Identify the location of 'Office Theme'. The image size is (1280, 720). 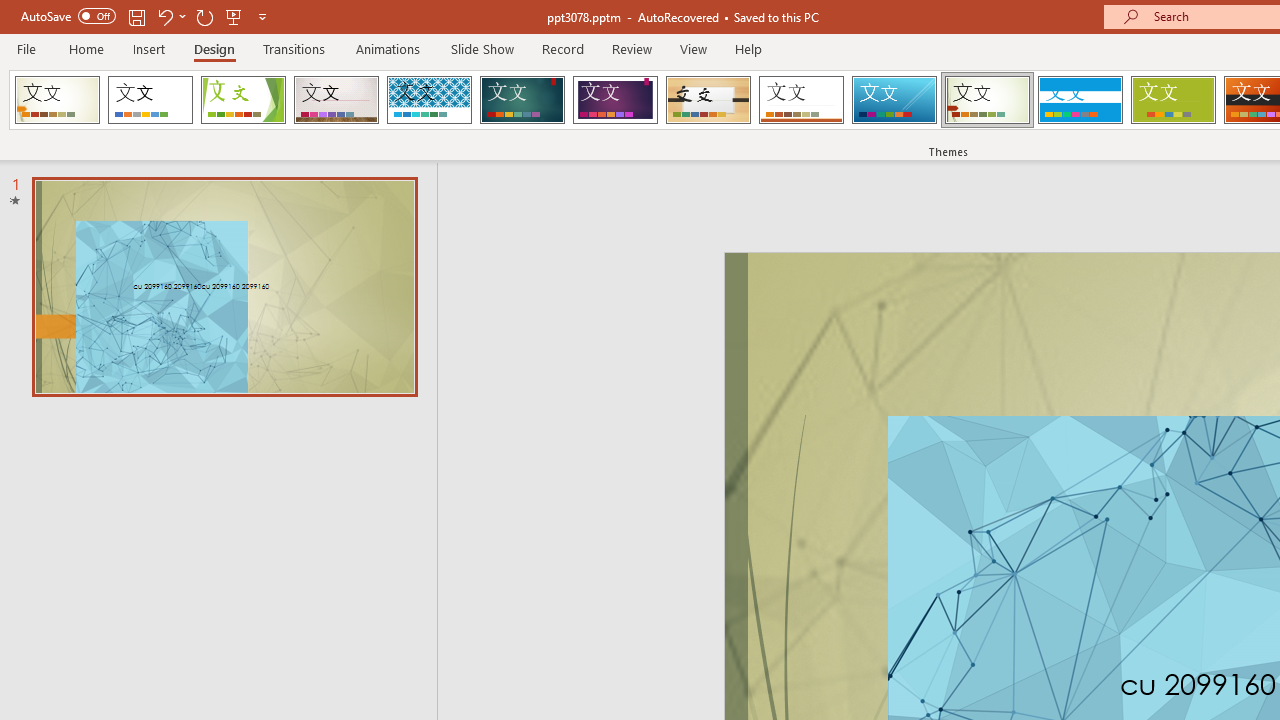
(149, 100).